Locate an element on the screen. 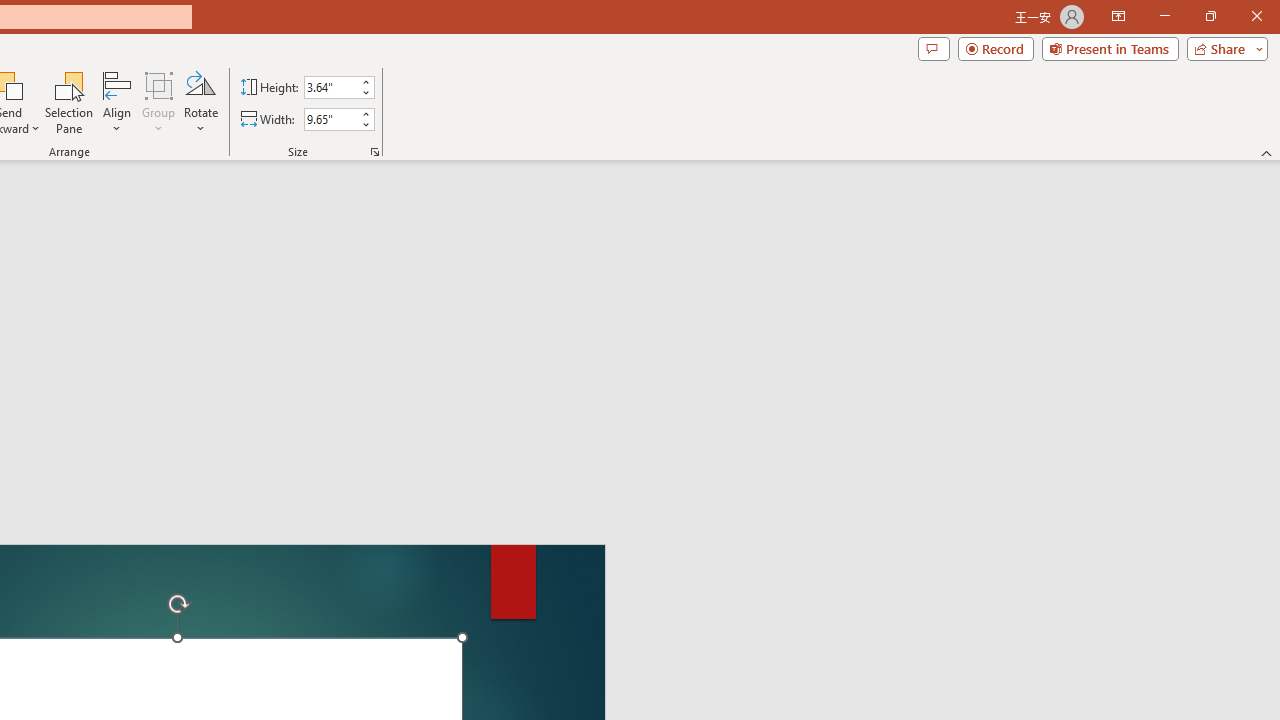 The width and height of the screenshot is (1280, 720). 'Shape Width' is located at coordinates (330, 119).